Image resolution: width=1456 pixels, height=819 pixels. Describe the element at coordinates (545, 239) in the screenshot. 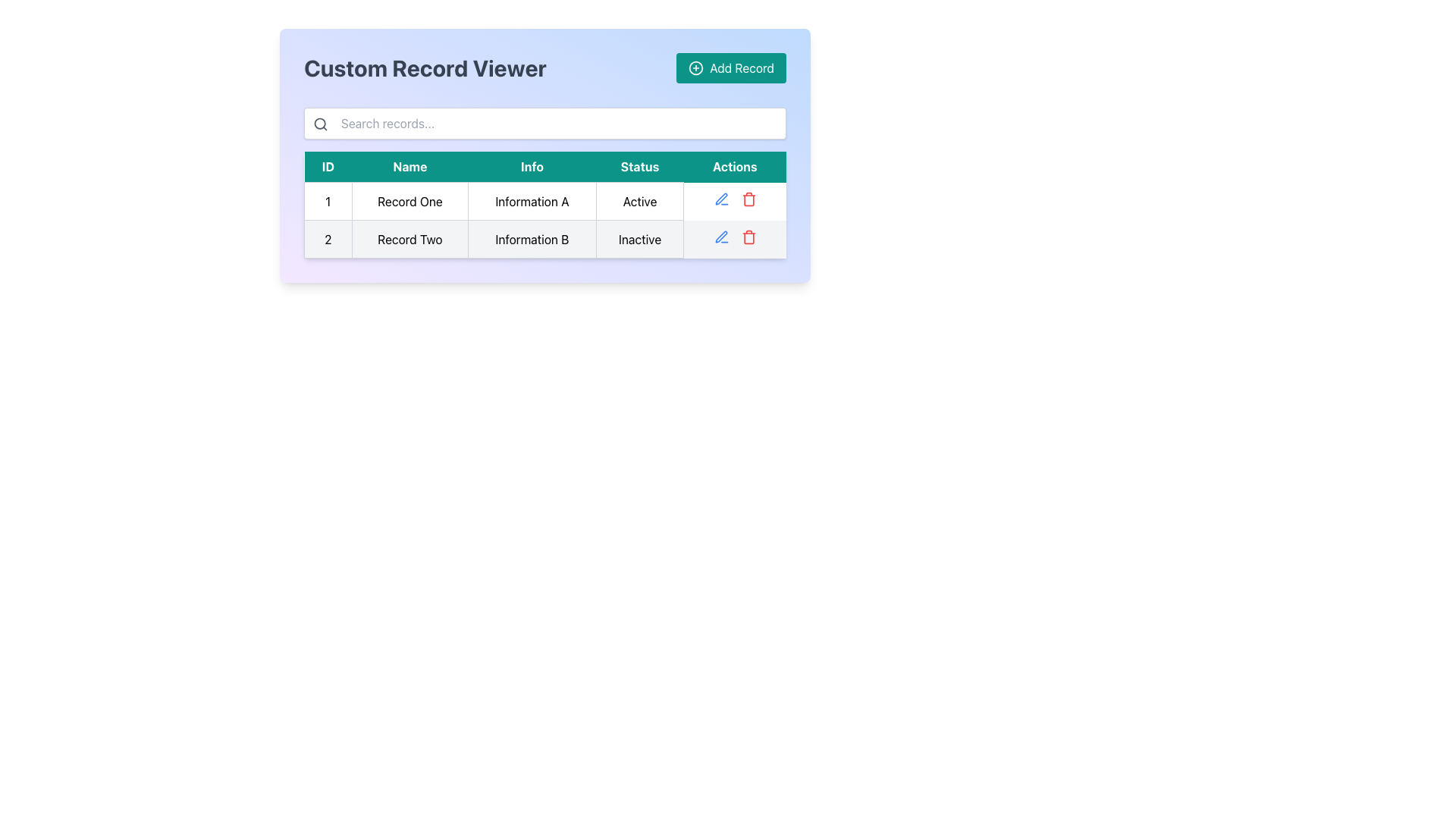

I see `the second row of the table containing ID '2', Name 'Record Two', Info 'Information B', and Status 'Inactive'` at that location.